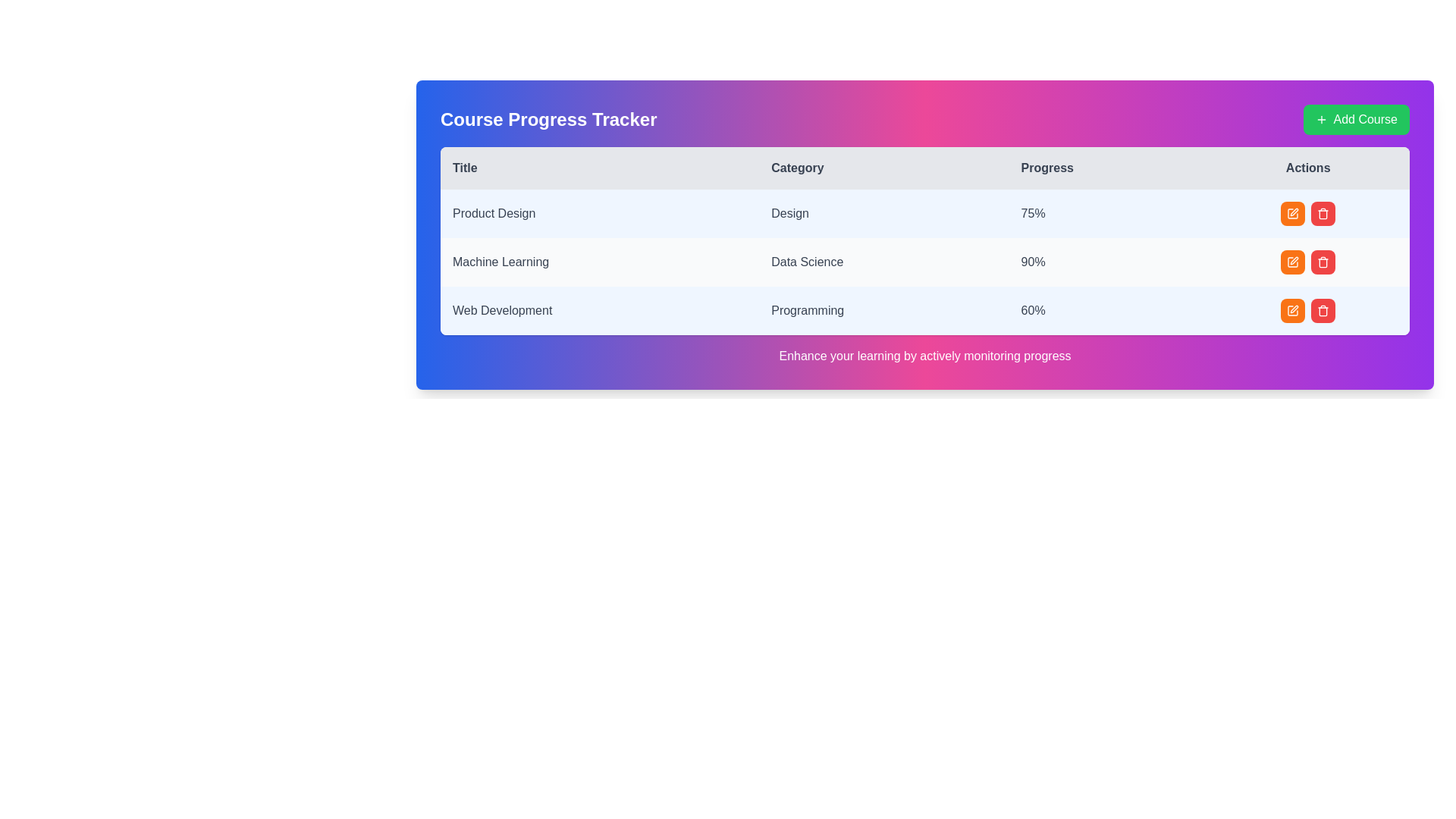 The image size is (1456, 819). What do you see at coordinates (1292, 213) in the screenshot?
I see `the graphical icon resembling a bordered square in the 'Actions' column of the third row ('Web Development') of the table` at bounding box center [1292, 213].